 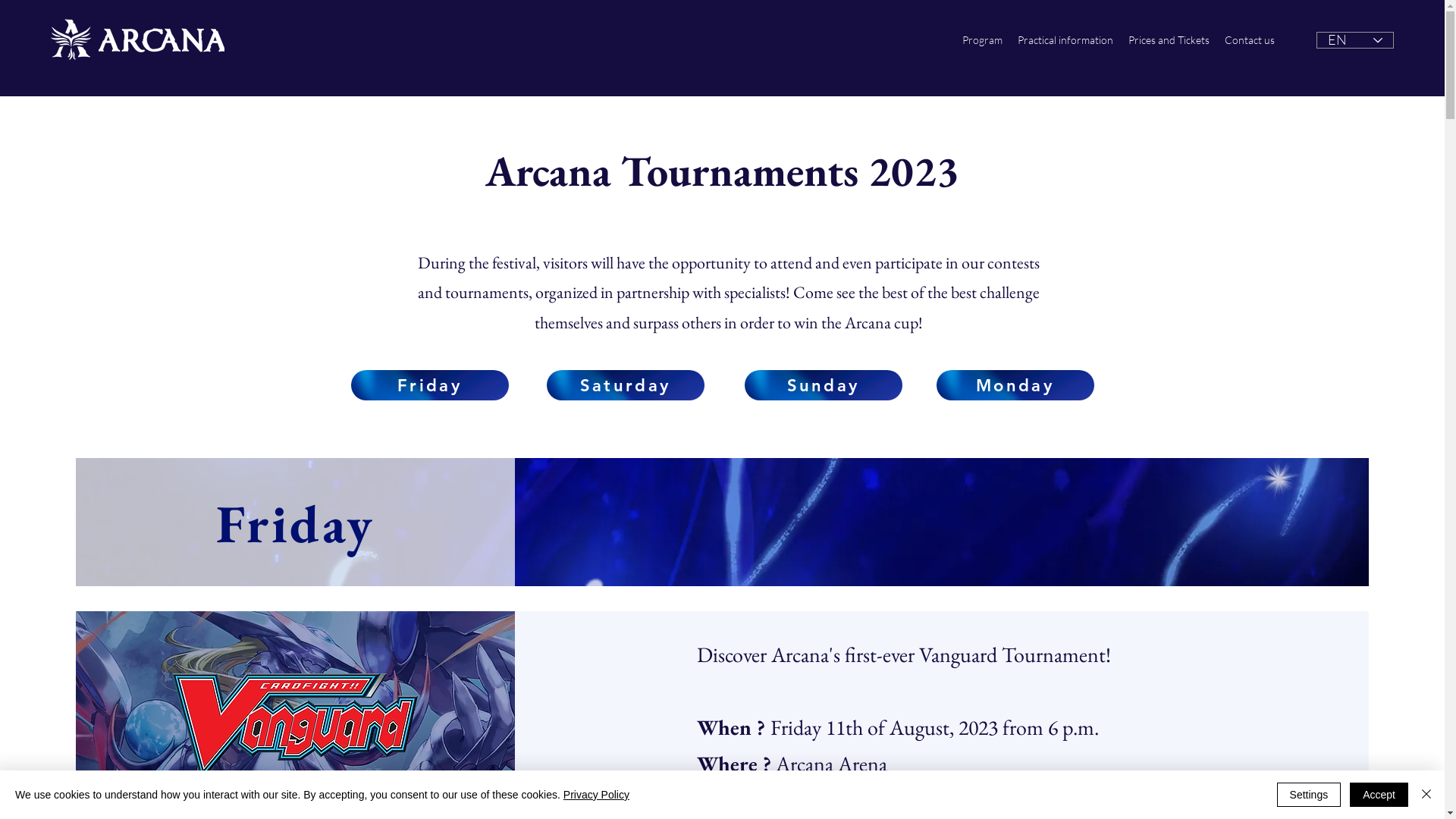 What do you see at coordinates (1276, 794) in the screenshot?
I see `'Settings'` at bounding box center [1276, 794].